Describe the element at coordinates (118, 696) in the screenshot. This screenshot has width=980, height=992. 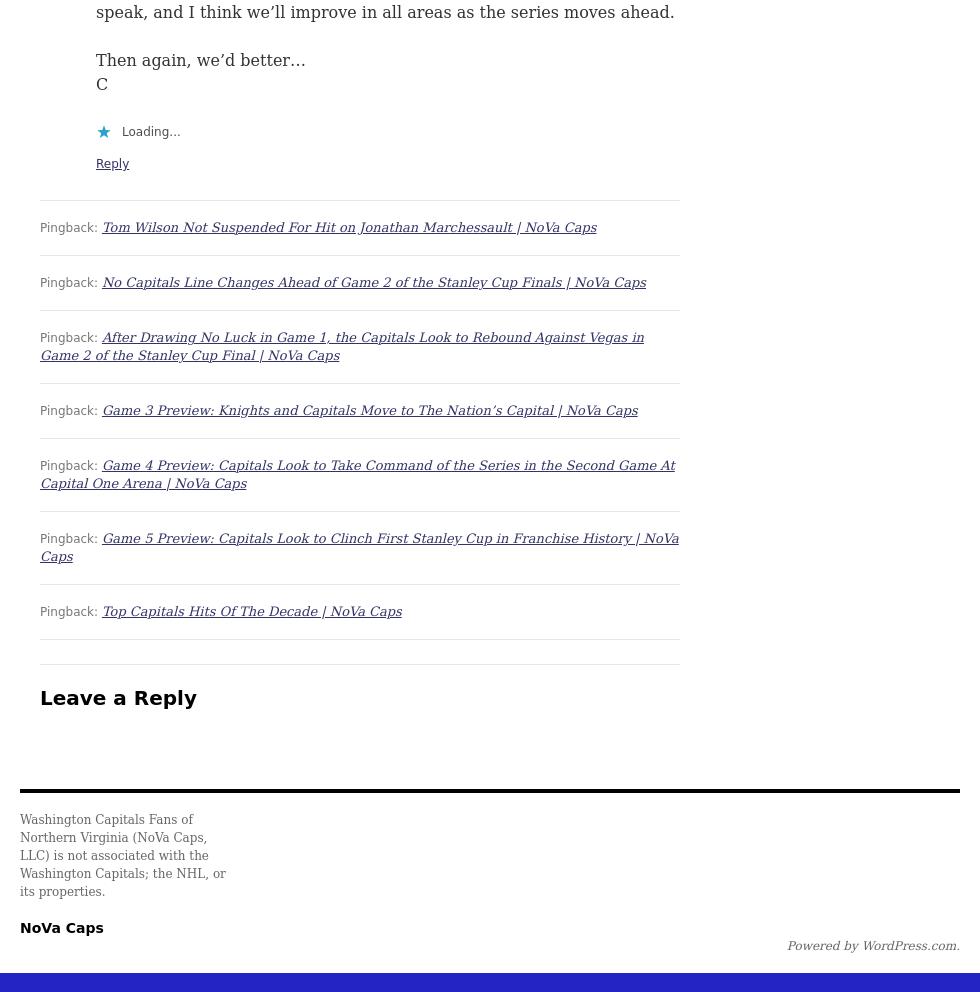
I see `'Leave a Reply'` at that location.